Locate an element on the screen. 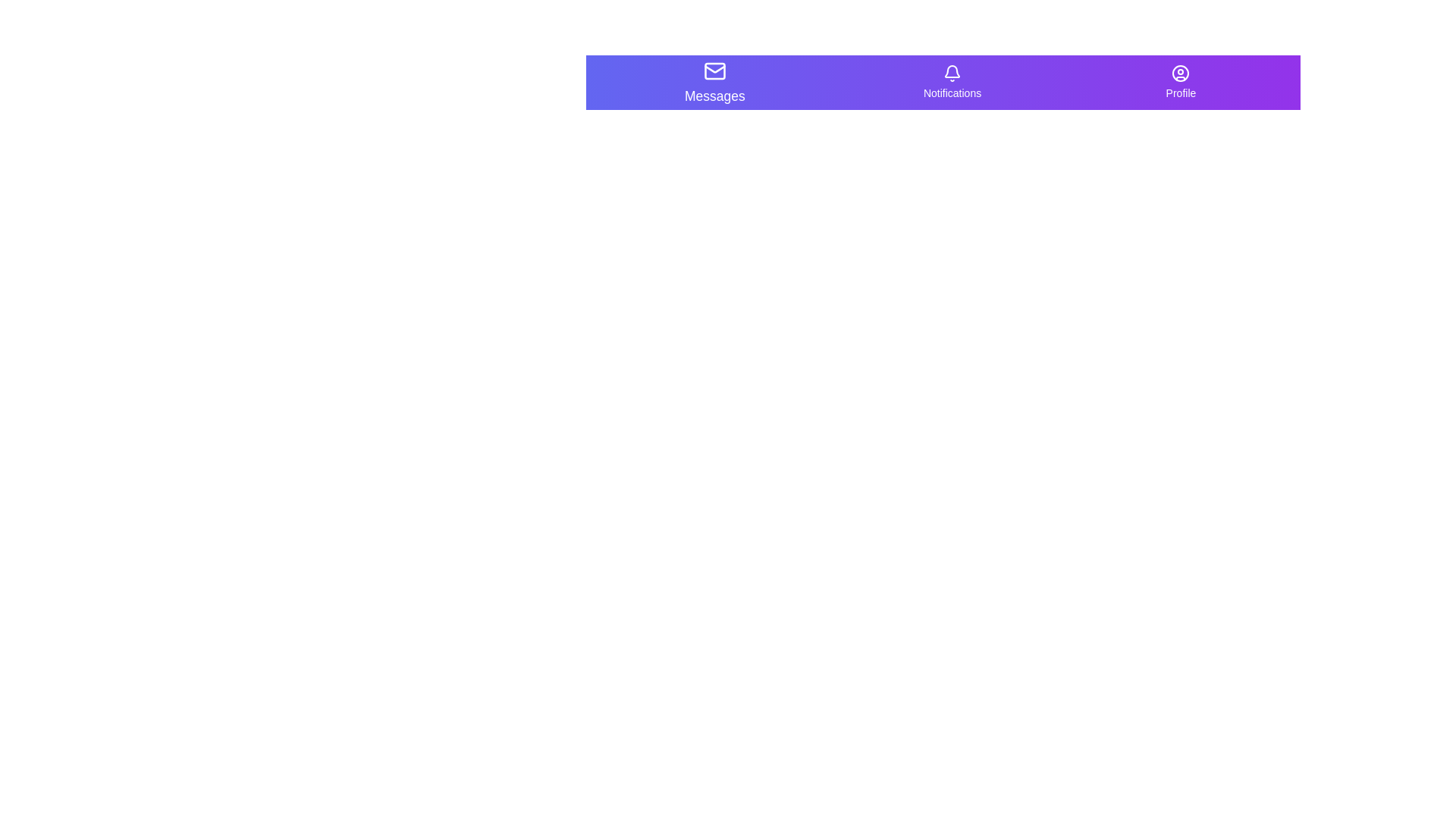 The width and height of the screenshot is (1456, 819). the navigation item Messages is located at coordinates (714, 82).